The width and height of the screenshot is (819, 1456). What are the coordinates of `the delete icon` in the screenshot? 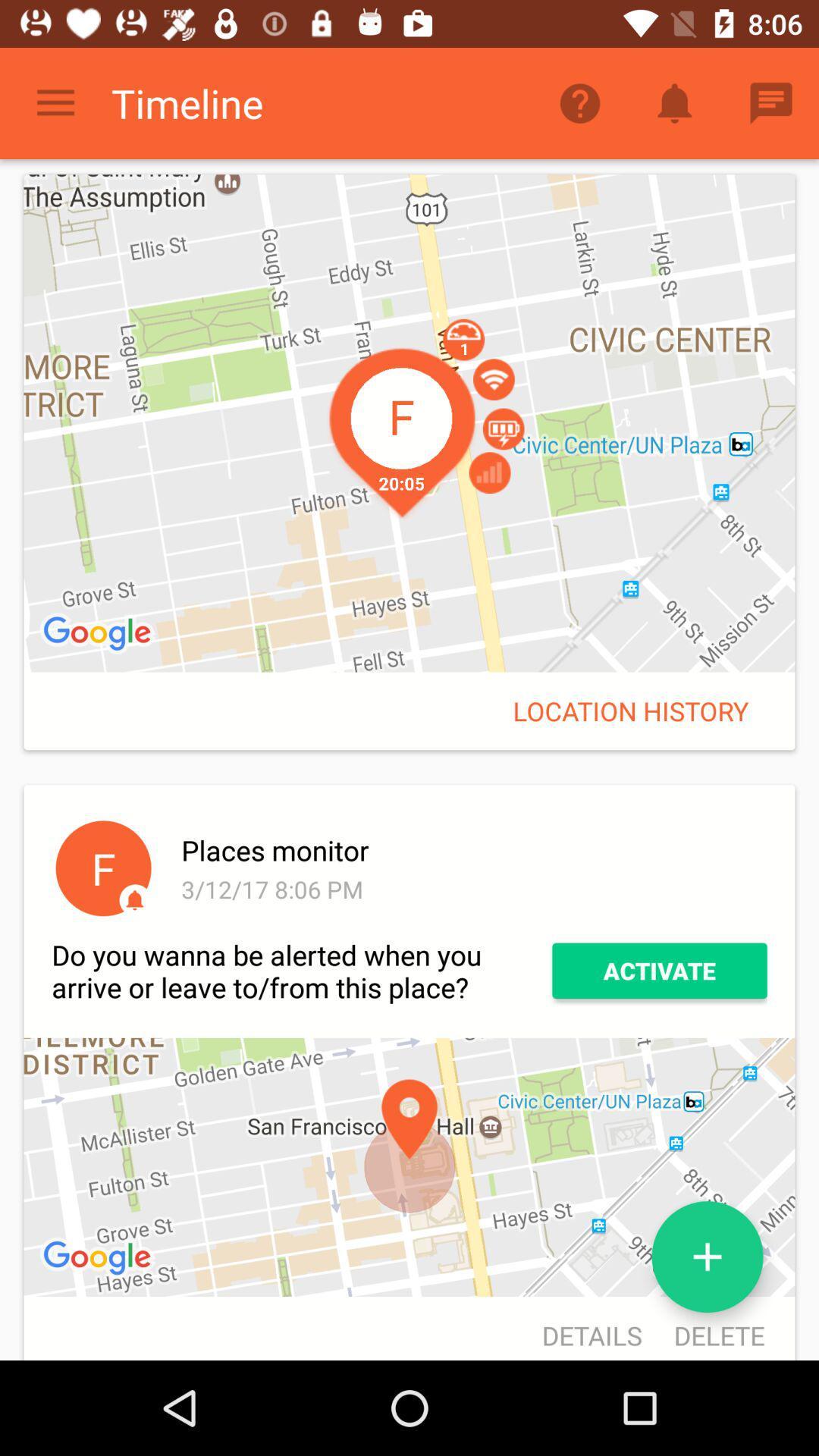 It's located at (711, 1329).